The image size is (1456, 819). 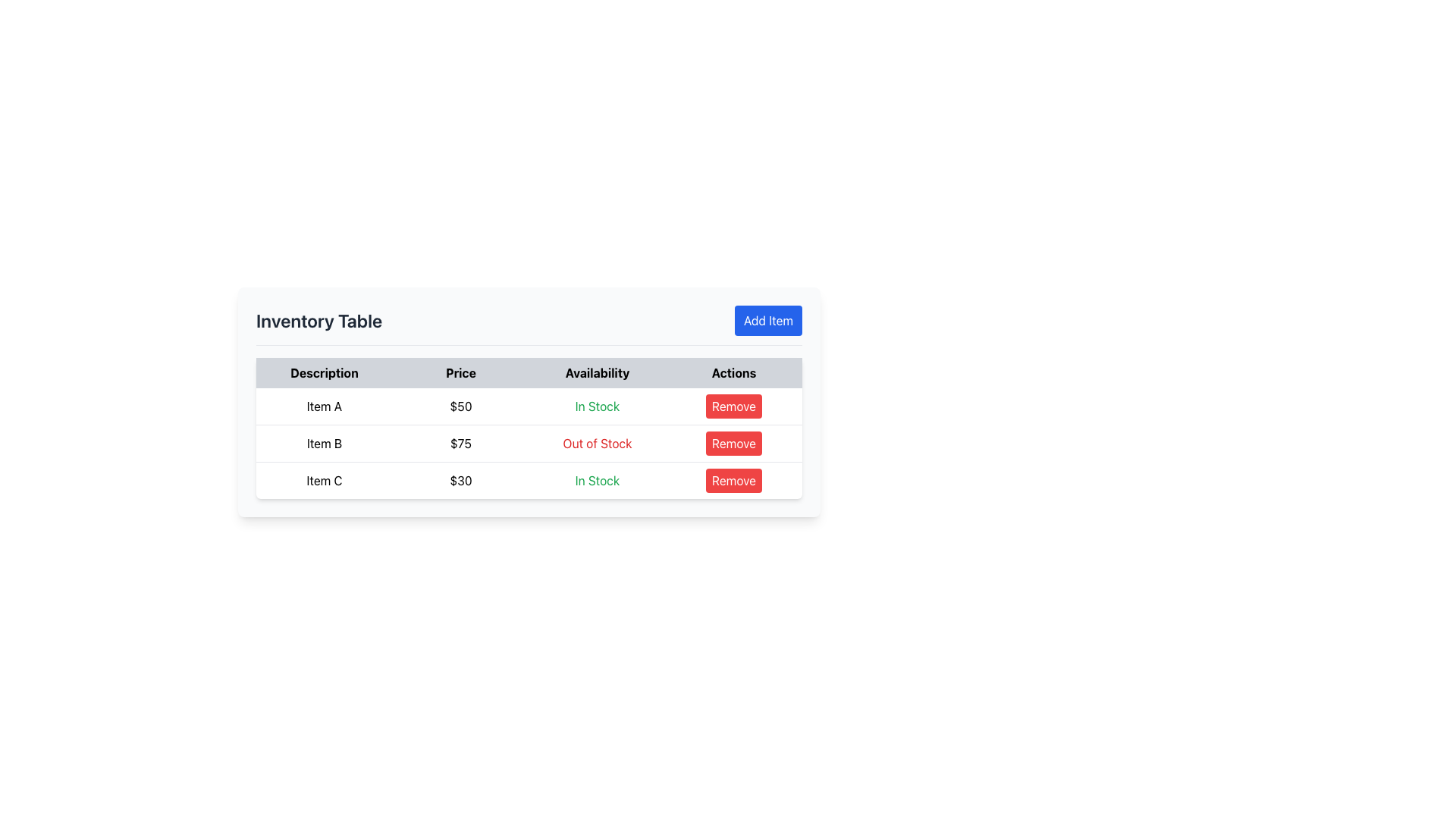 What do you see at coordinates (734, 444) in the screenshot?
I see `the button in the 'Actions' column for 'Item B' to trigger the hover effect` at bounding box center [734, 444].